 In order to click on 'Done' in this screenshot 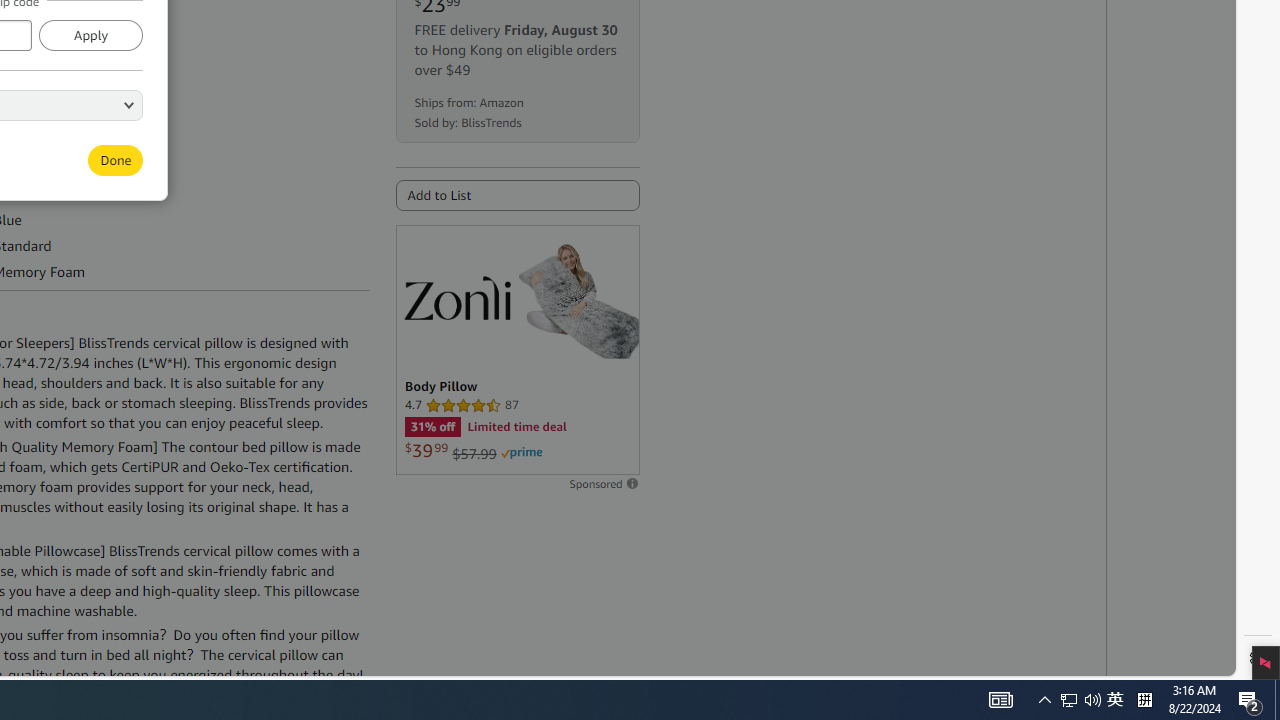, I will do `click(114, 158)`.